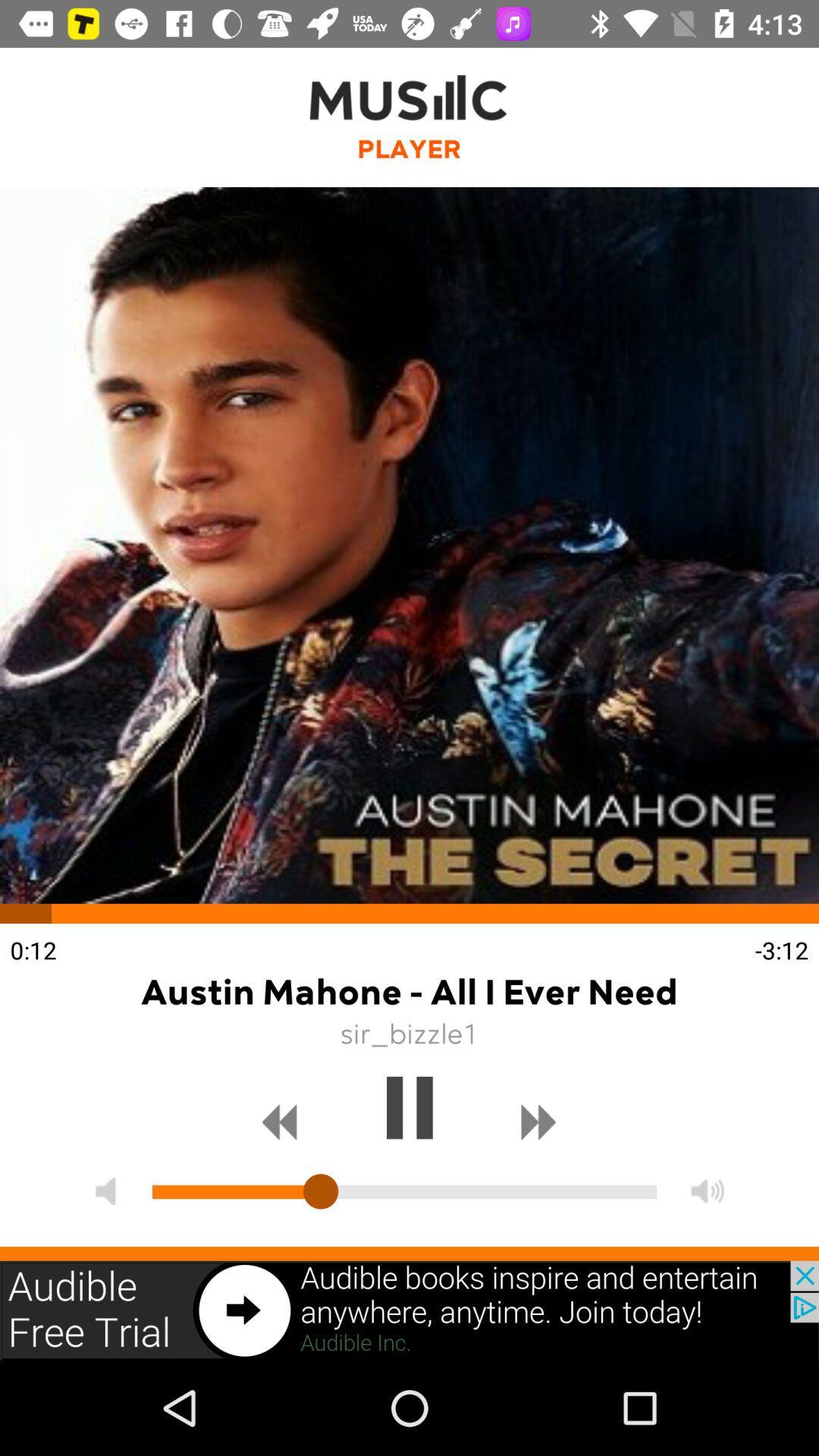 This screenshot has width=819, height=1456. What do you see at coordinates (409, 1108) in the screenshot?
I see `pause` at bounding box center [409, 1108].